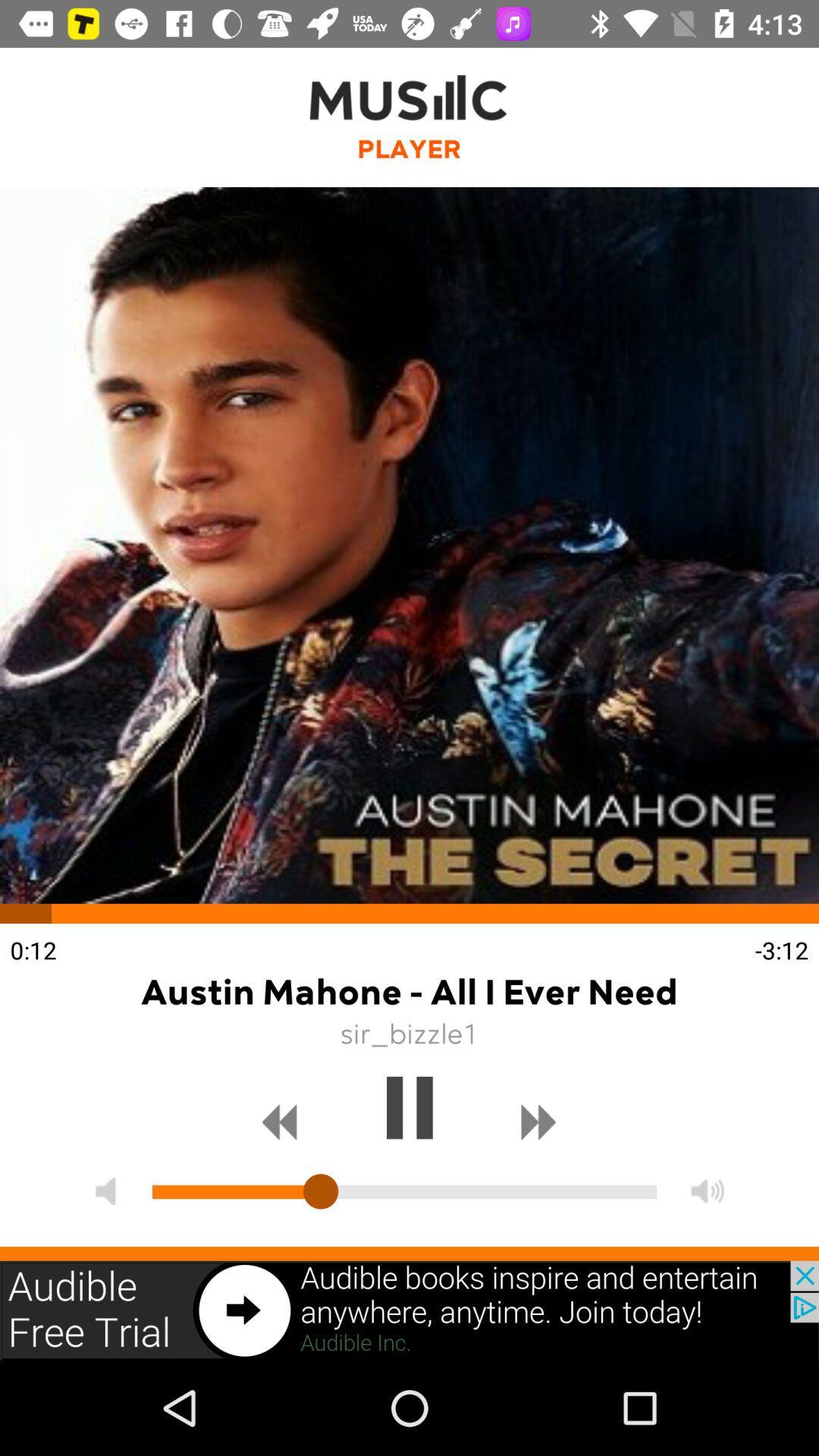 This screenshot has width=819, height=1456. What do you see at coordinates (409, 1108) in the screenshot?
I see `pause` at bounding box center [409, 1108].